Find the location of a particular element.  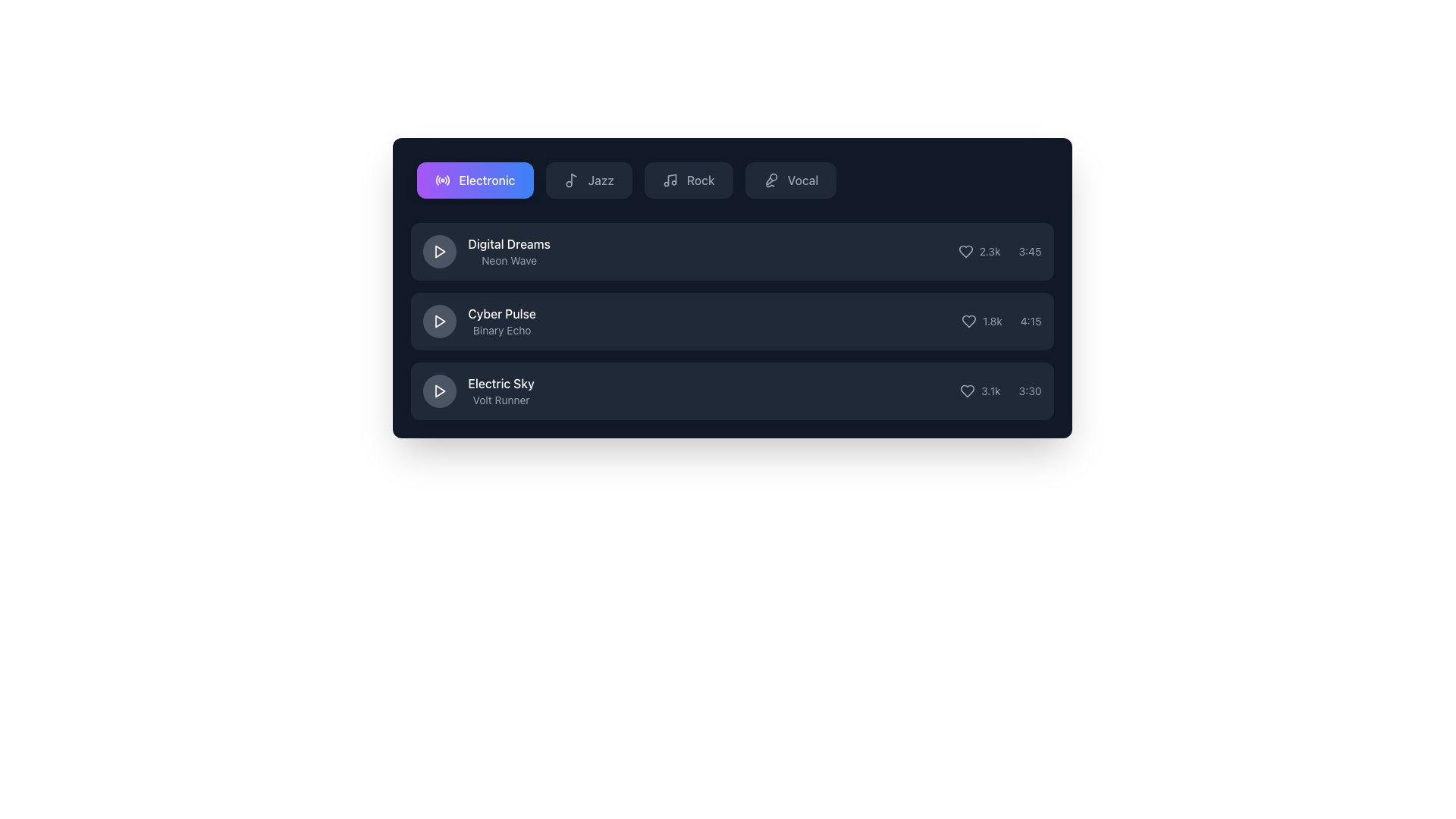

the selectable list item labeled 'Cyber Pulse' with subtitle 'Binary Echo' is located at coordinates (732, 321).